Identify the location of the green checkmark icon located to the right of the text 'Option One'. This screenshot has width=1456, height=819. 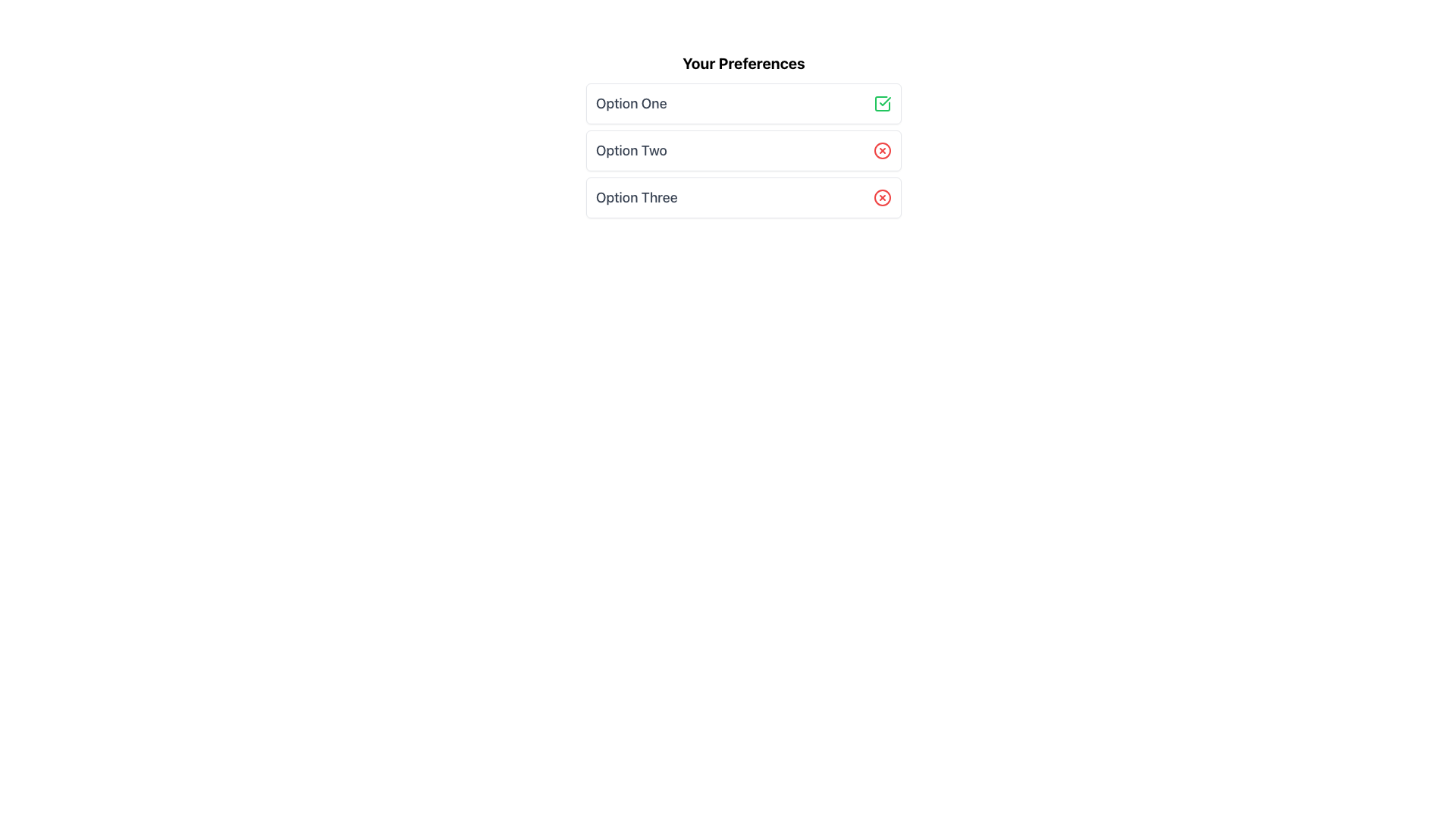
(885, 102).